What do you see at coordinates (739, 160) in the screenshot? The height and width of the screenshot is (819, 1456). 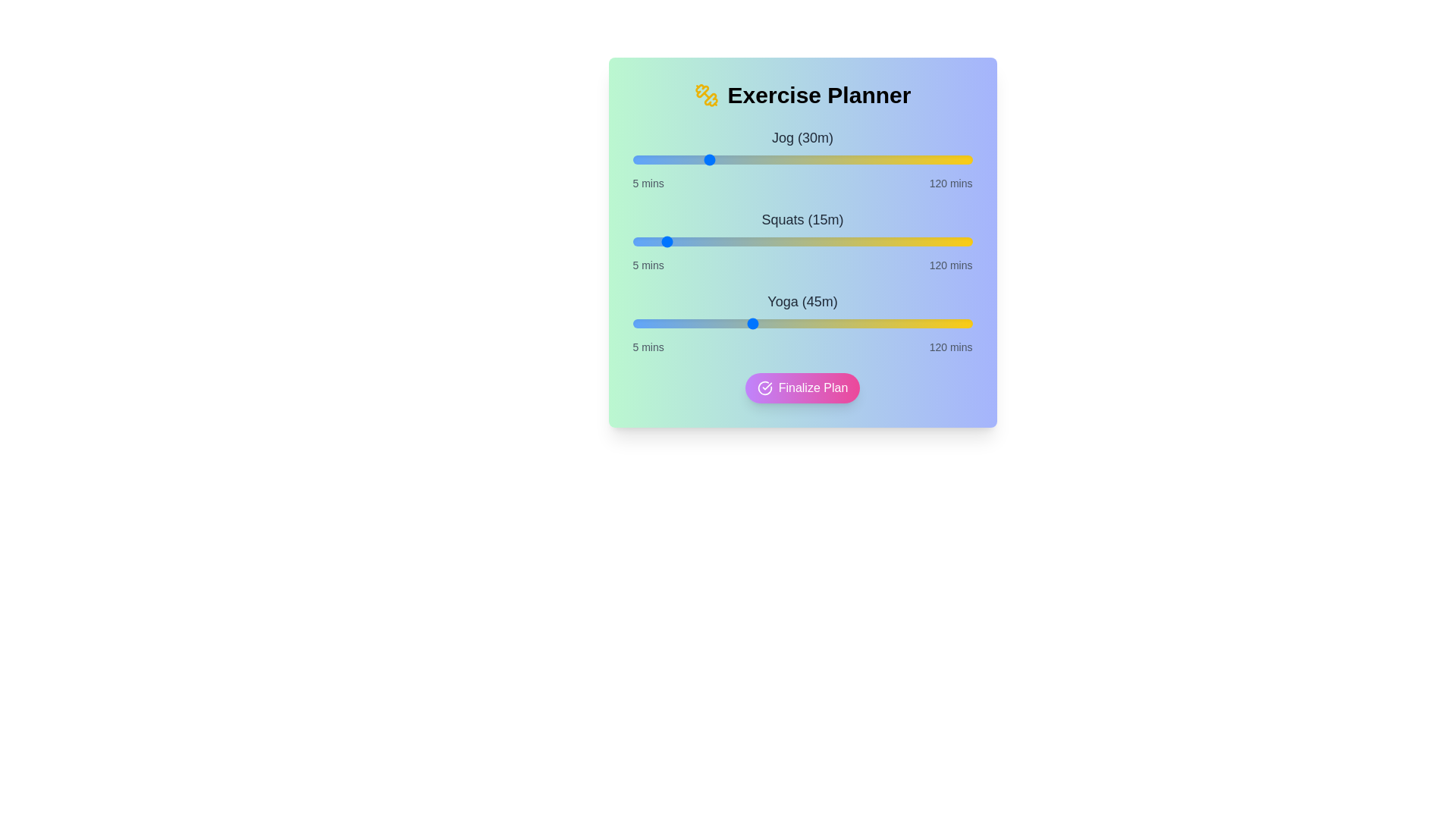 I see `the duration of the 0 slider to 41 minutes` at bounding box center [739, 160].